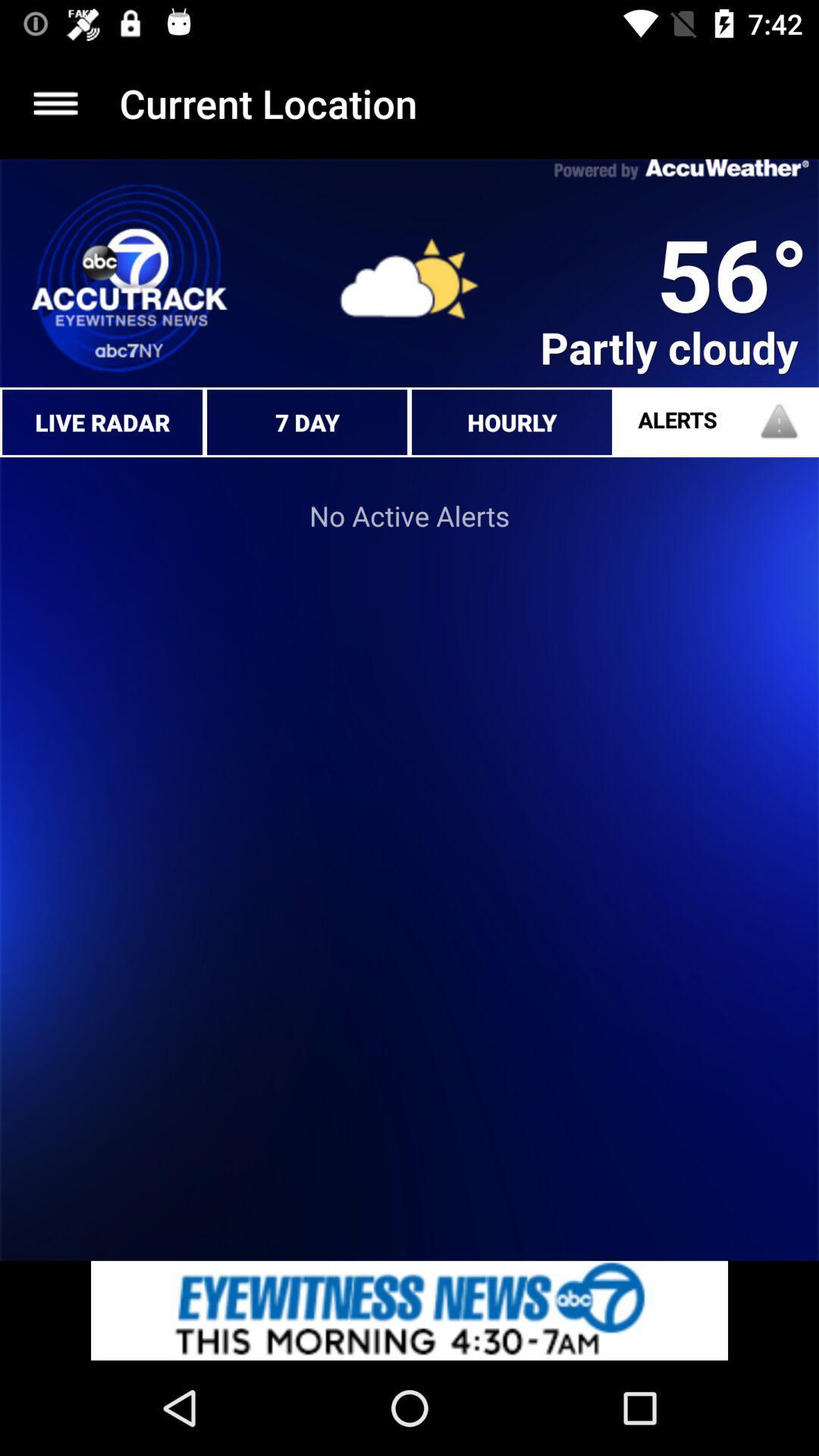 The width and height of the screenshot is (819, 1456). Describe the element at coordinates (55, 102) in the screenshot. I see `the menu icon` at that location.